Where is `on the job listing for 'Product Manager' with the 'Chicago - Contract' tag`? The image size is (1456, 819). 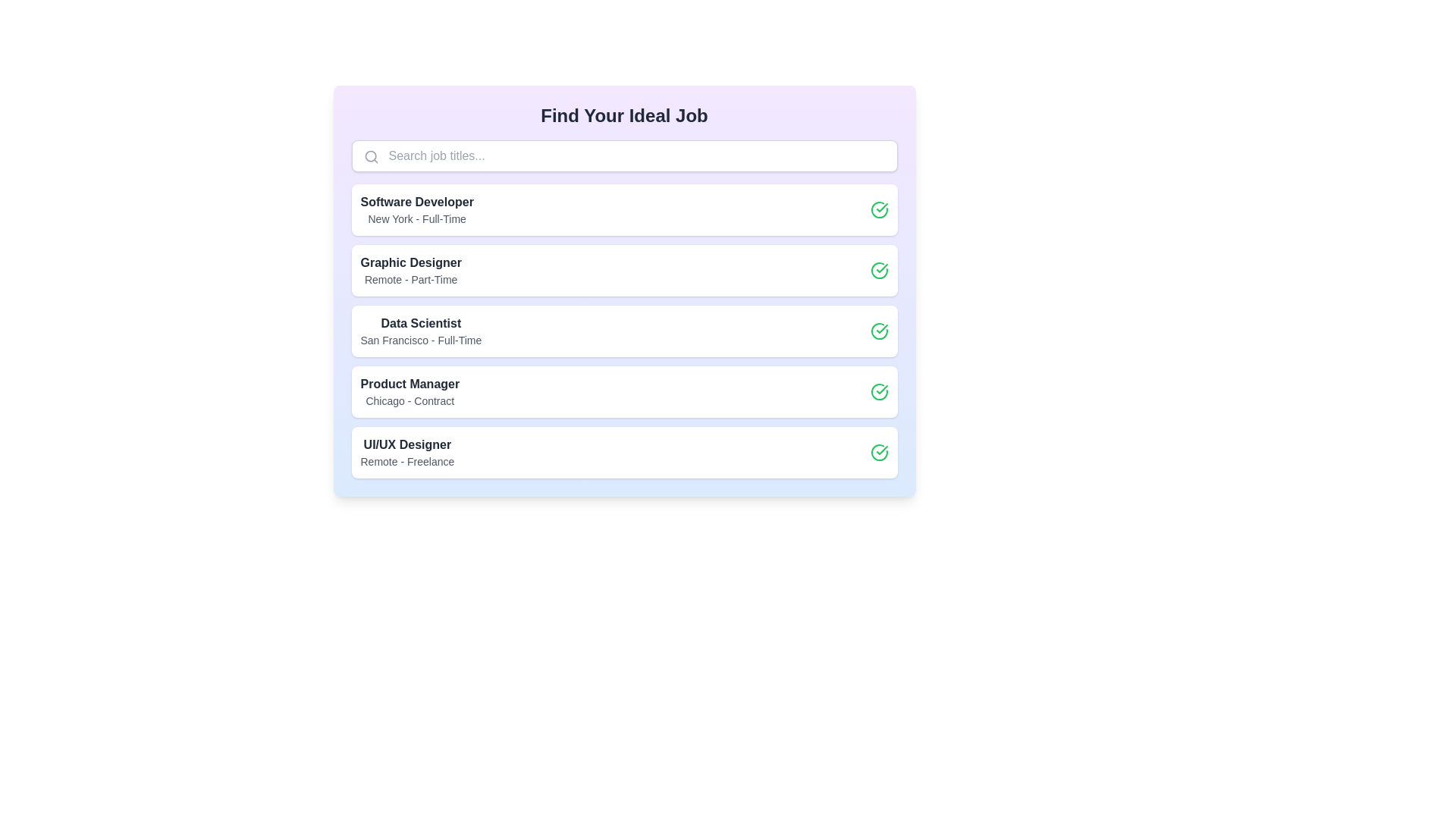
on the job listing for 'Product Manager' with the 'Chicago - Contract' tag is located at coordinates (624, 391).